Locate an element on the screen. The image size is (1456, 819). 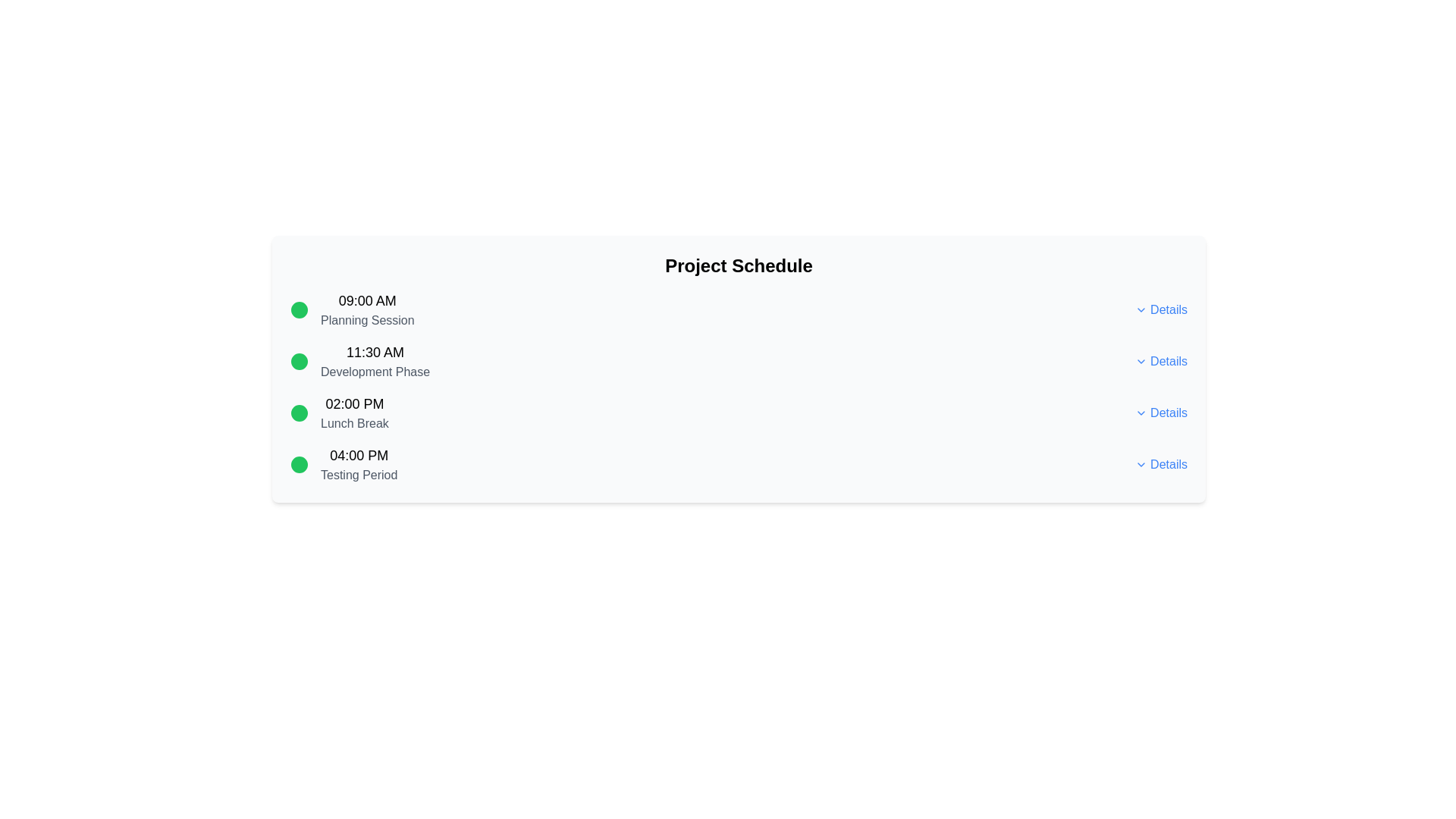
the expand/collapse icon located in the first row of the list, within the 'Details' area, preceding the text 'Details' is located at coordinates (1141, 309).